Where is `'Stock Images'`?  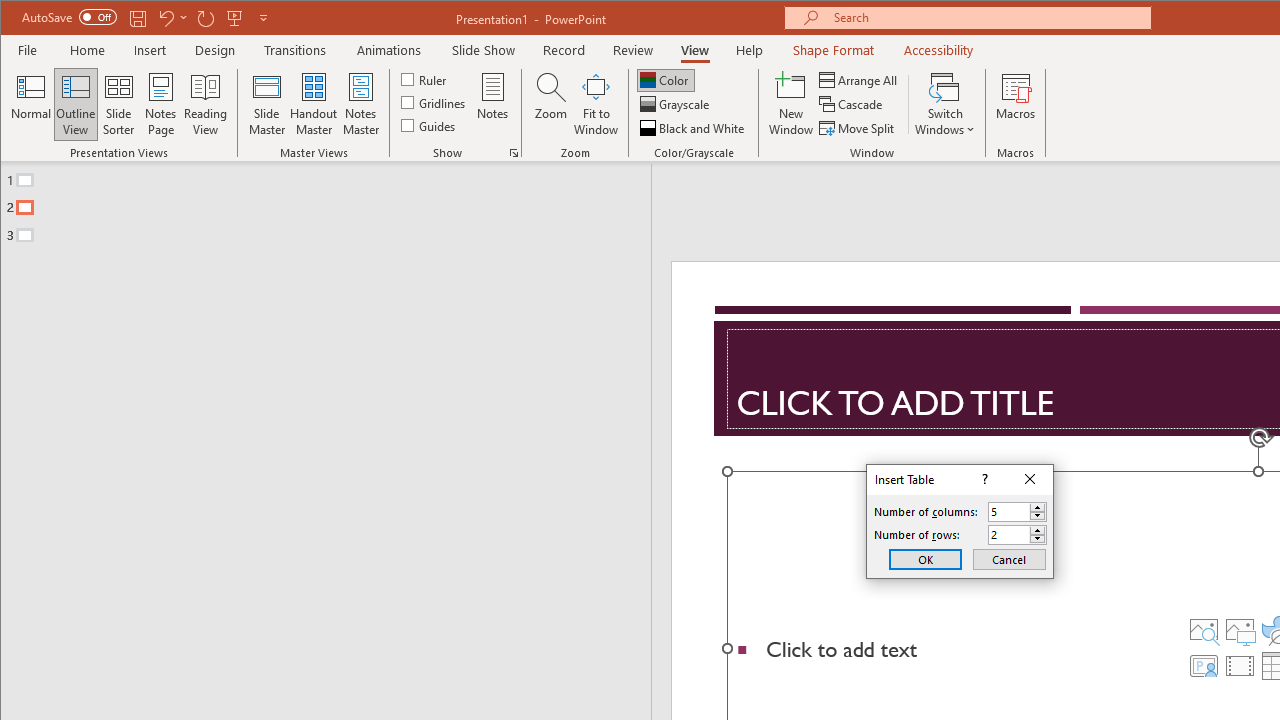 'Stock Images' is located at coordinates (1202, 630).